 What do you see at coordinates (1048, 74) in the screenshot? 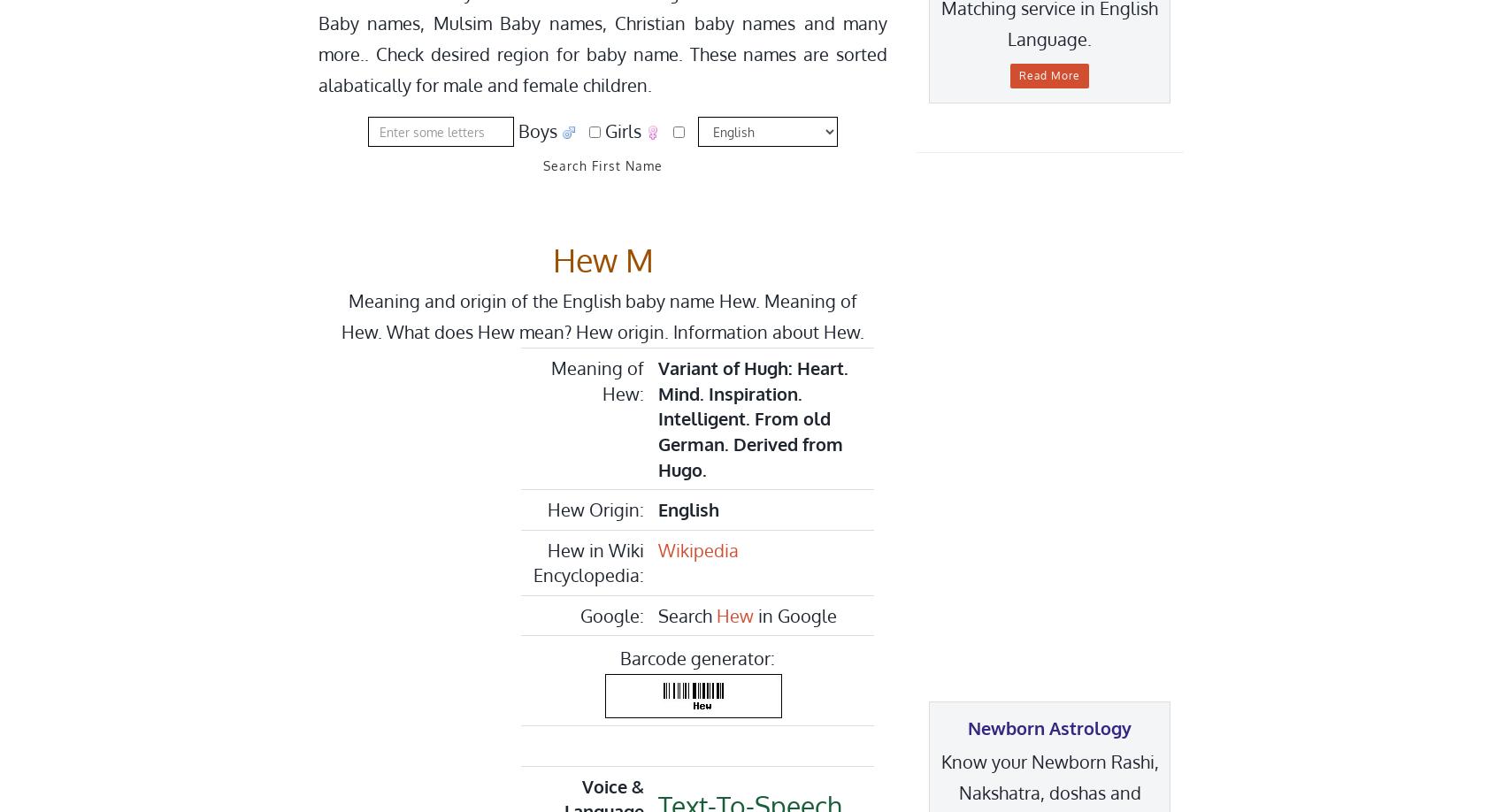
I see `'Read More'` at bounding box center [1048, 74].